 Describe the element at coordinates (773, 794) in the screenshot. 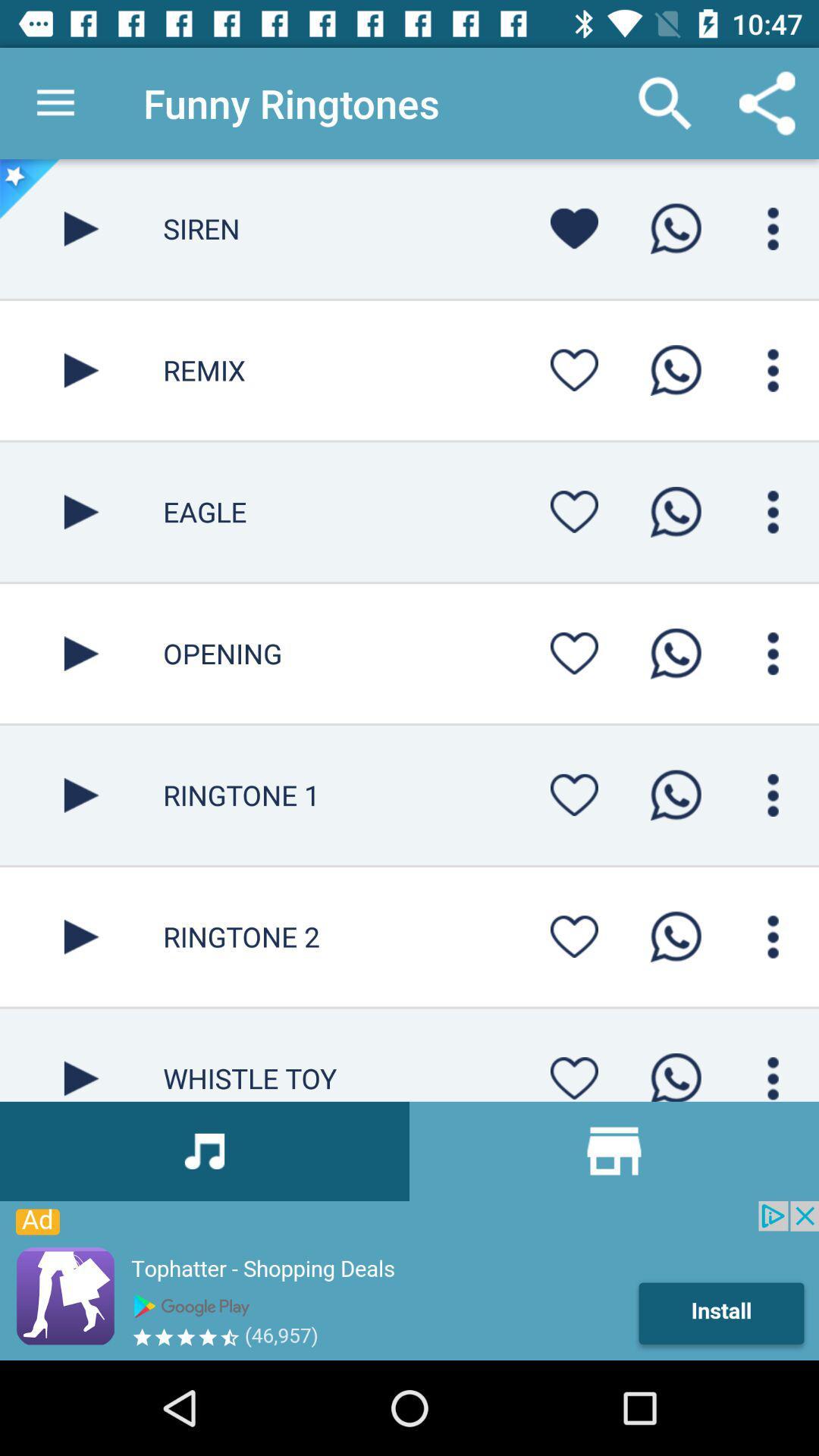

I see `search` at that location.